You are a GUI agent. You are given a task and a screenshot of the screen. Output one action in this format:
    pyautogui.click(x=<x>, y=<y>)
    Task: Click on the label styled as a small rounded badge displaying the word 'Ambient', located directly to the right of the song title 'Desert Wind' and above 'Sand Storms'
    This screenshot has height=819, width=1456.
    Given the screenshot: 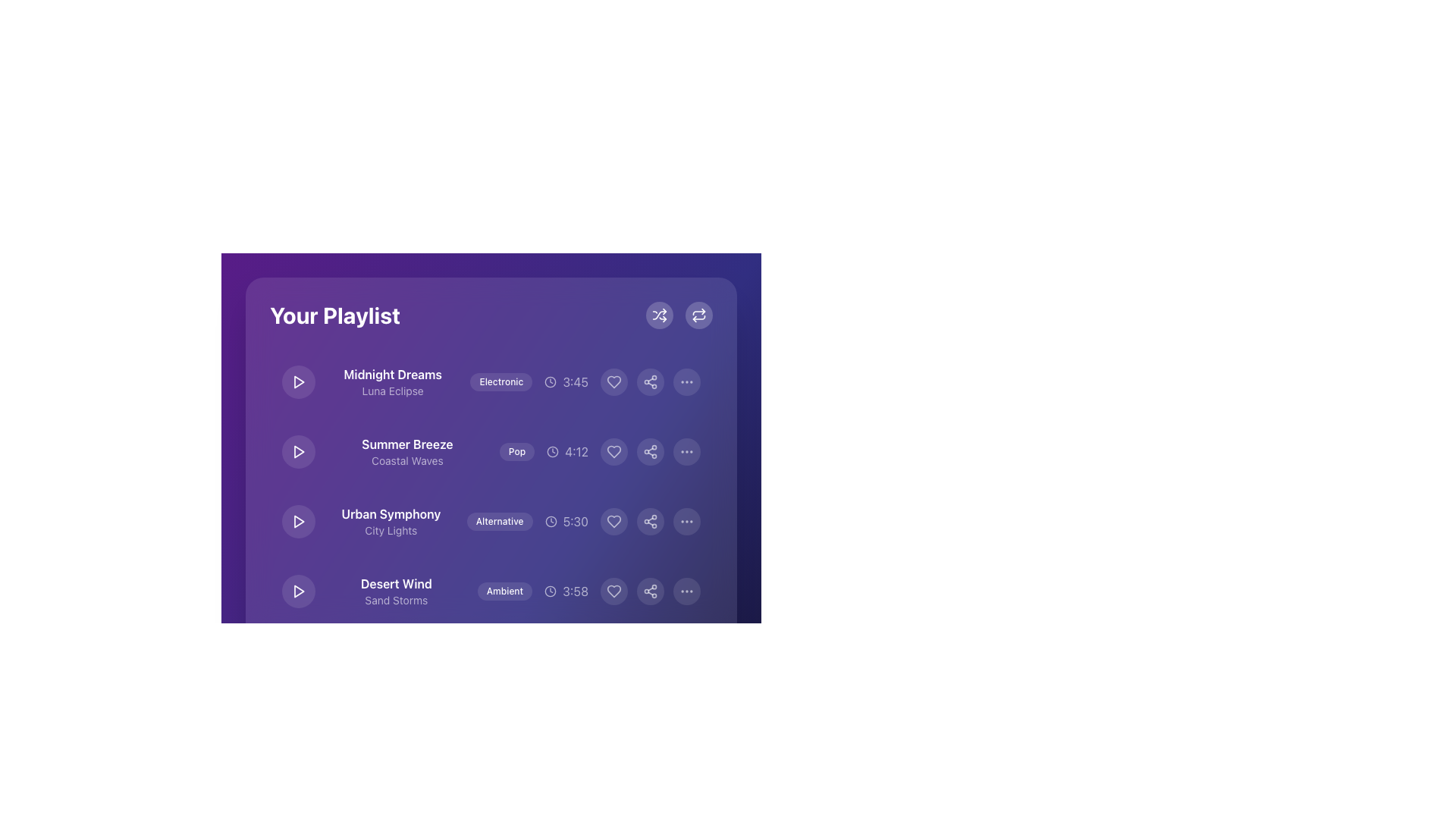 What is the action you would take?
    pyautogui.click(x=491, y=590)
    